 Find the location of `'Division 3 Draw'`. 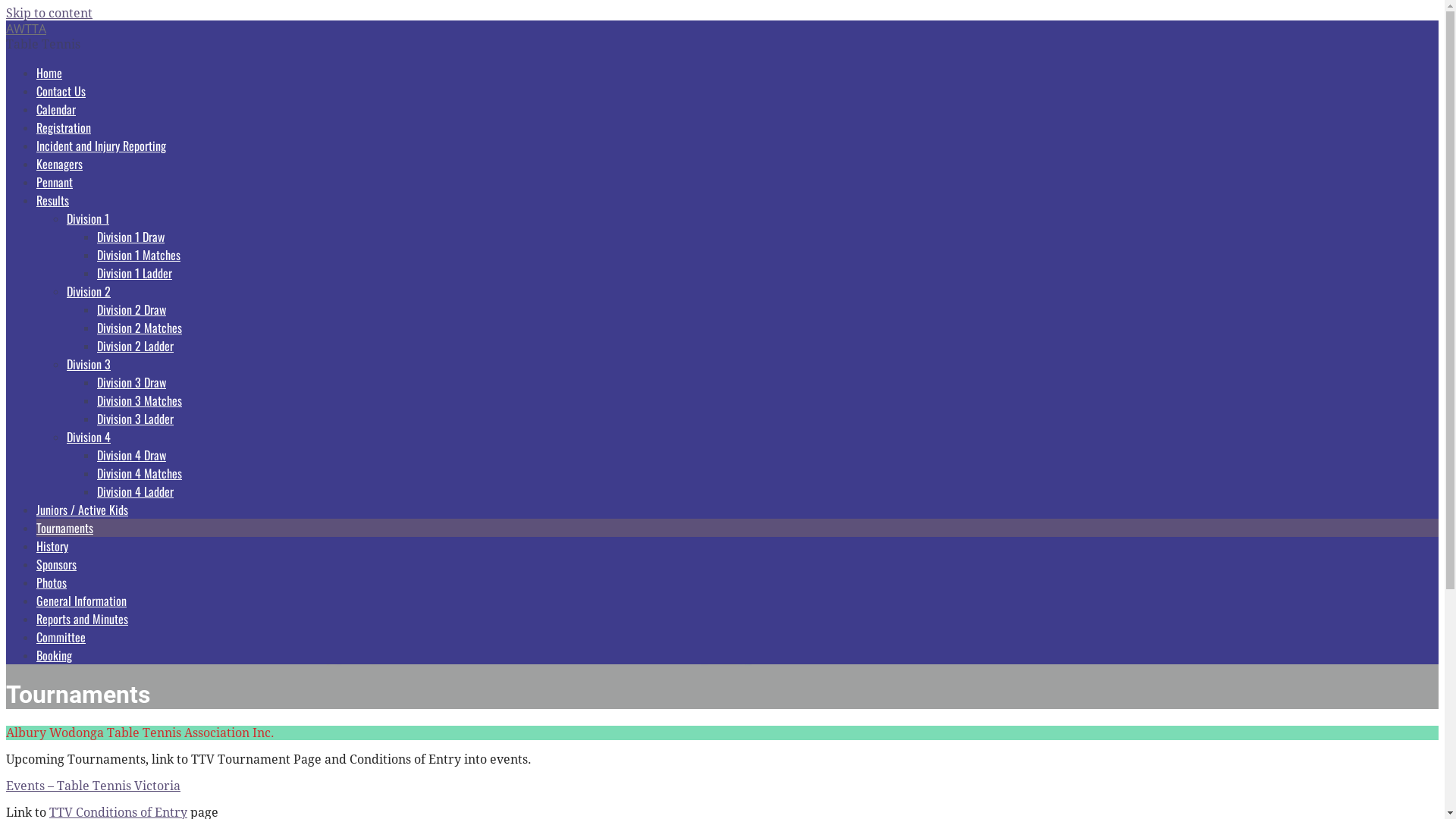

'Division 3 Draw' is located at coordinates (131, 381).